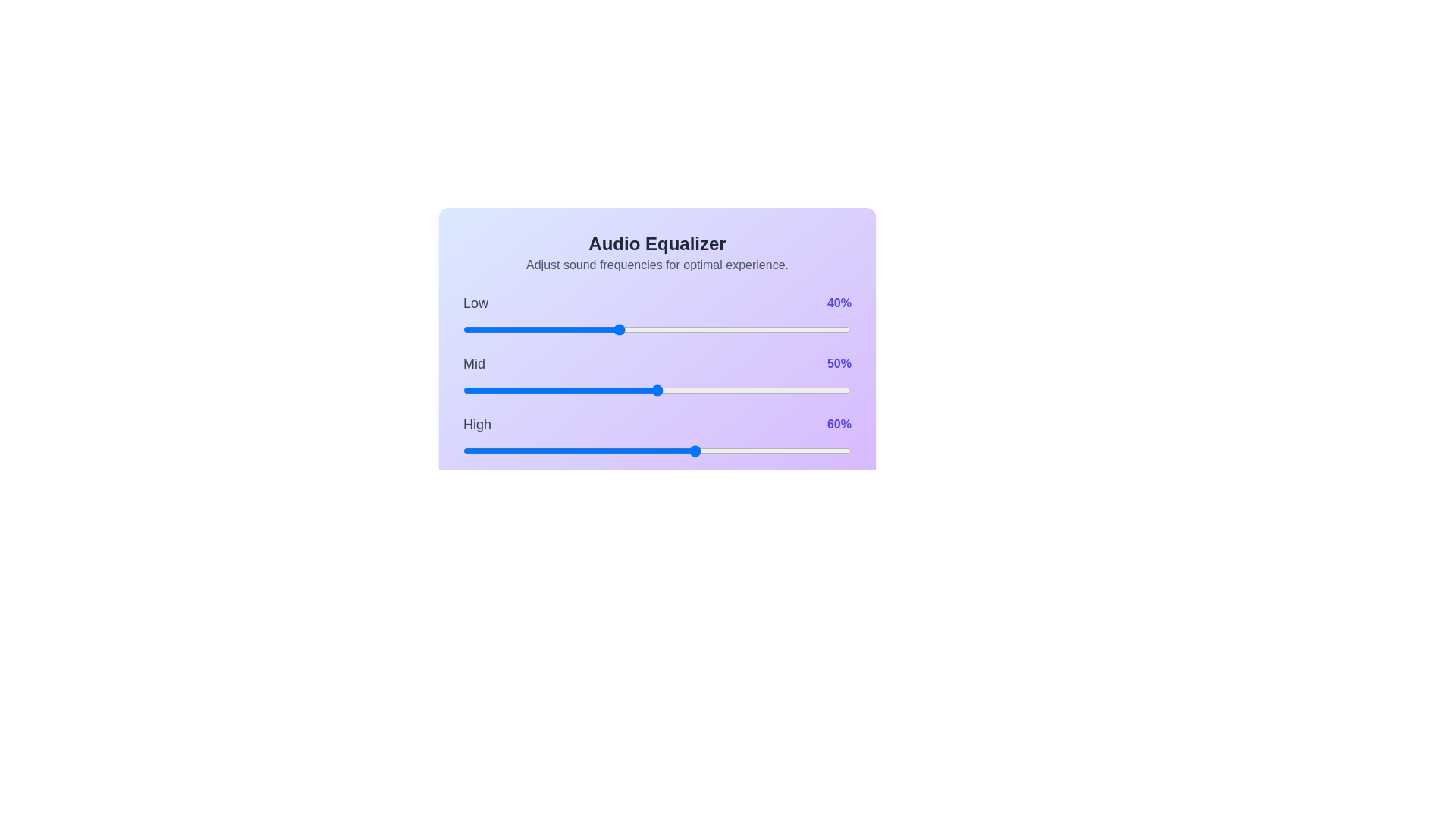  What do you see at coordinates (695, 450) in the screenshot?
I see `the high frequency slider to 60%` at bounding box center [695, 450].